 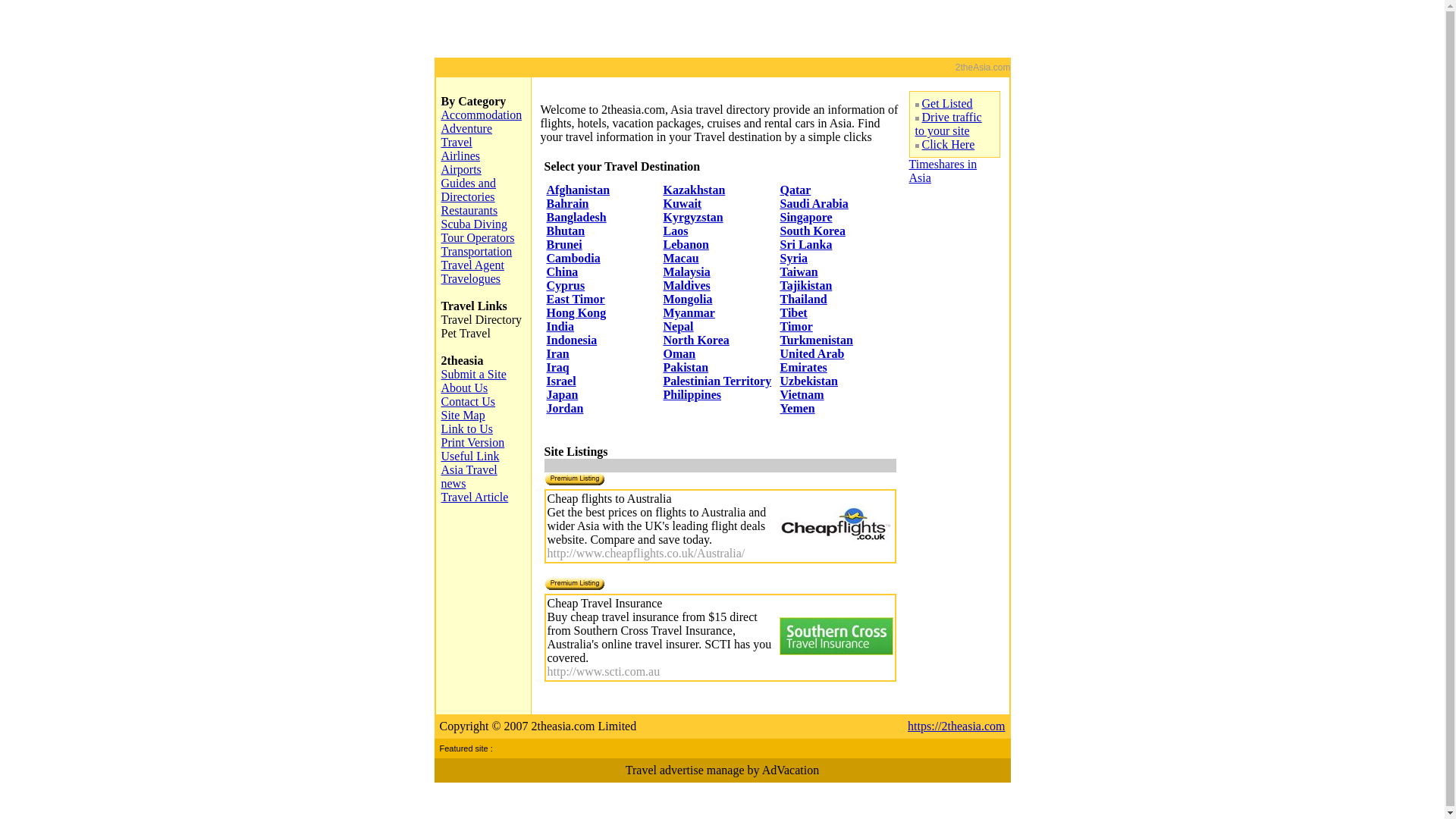 I want to click on 'Site Map', so click(x=462, y=415).